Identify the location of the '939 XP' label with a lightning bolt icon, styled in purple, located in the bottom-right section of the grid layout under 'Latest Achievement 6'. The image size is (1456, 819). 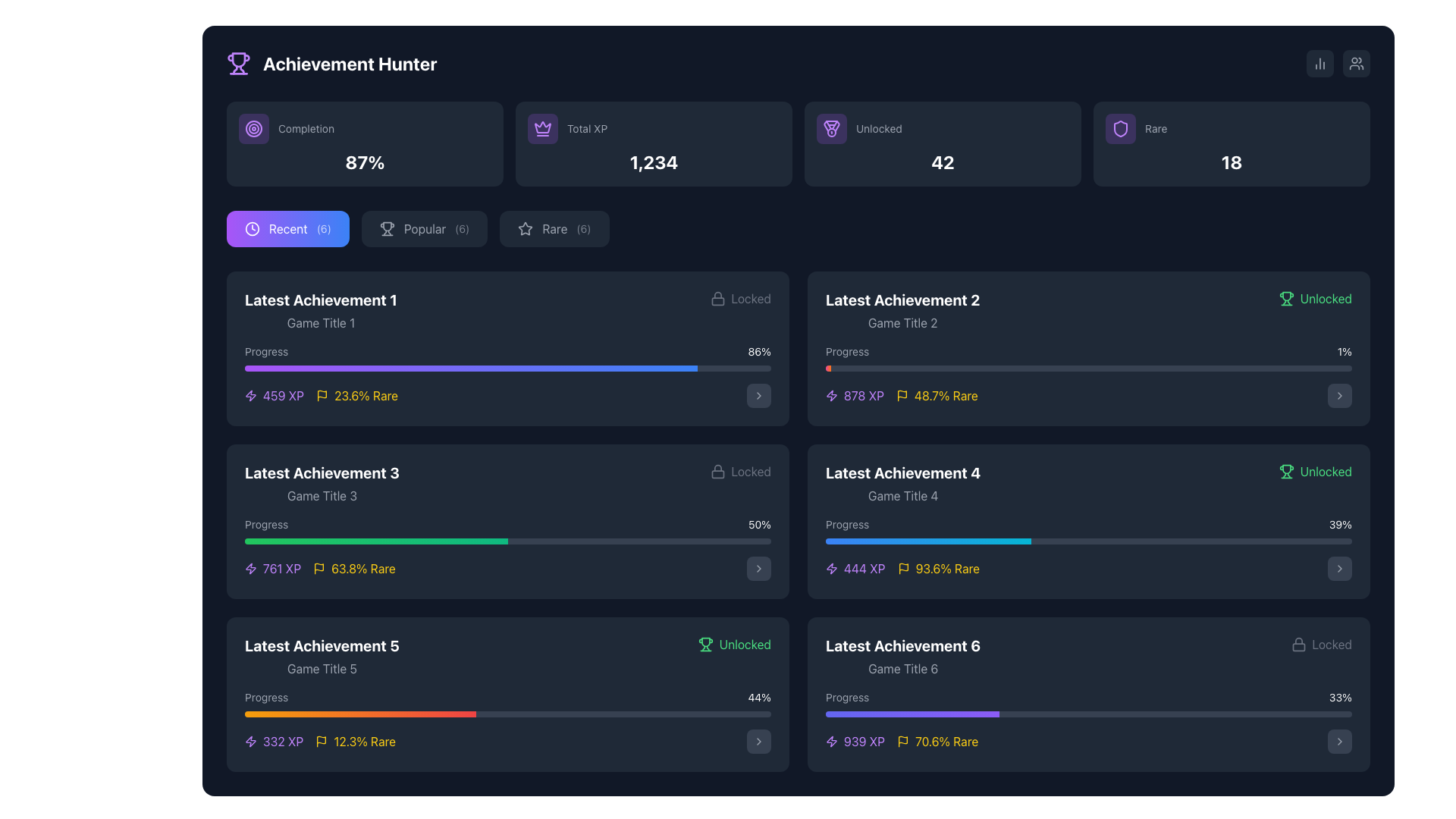
(855, 741).